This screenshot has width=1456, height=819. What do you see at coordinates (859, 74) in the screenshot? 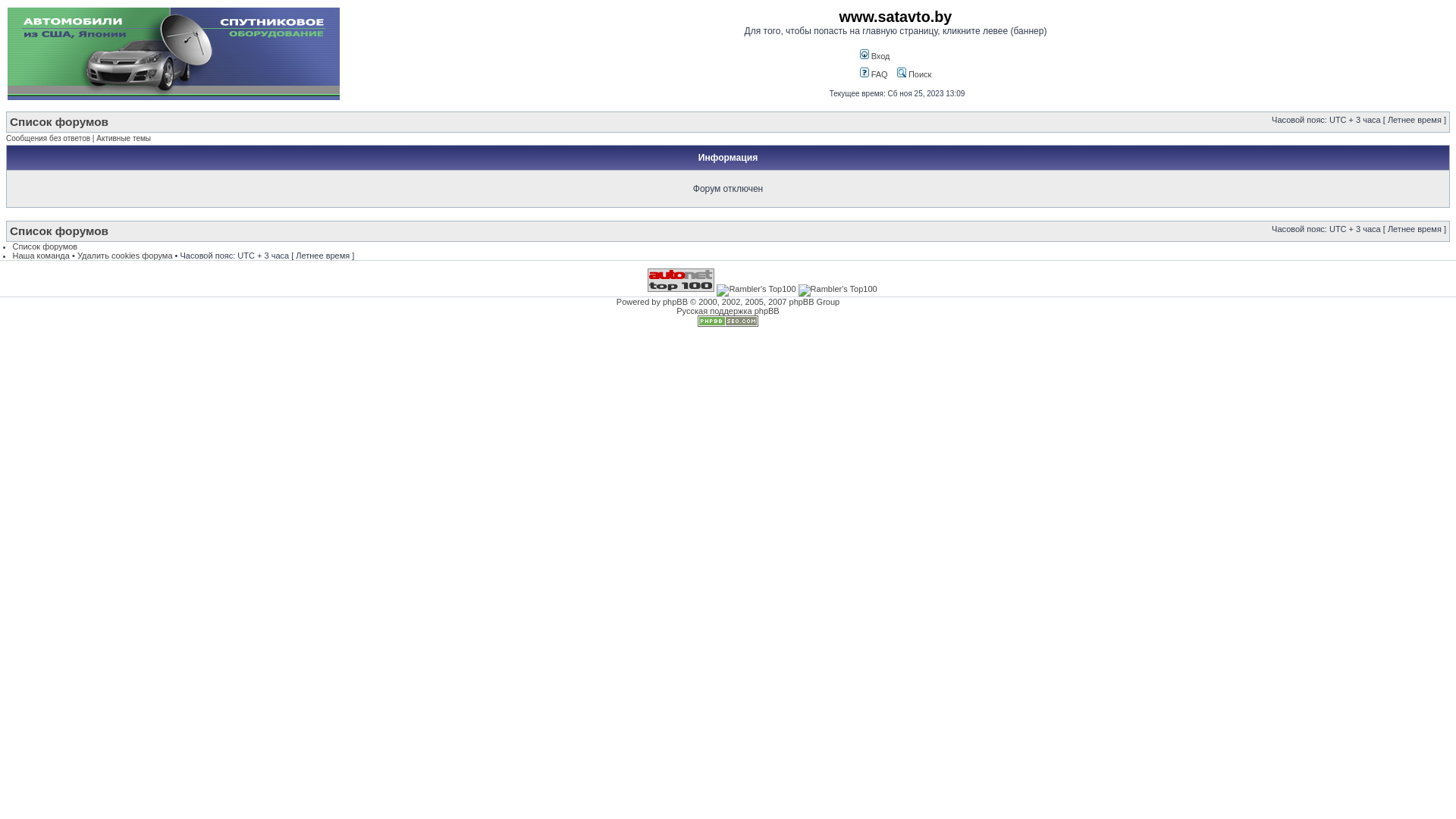
I see `'FAQ'` at bounding box center [859, 74].